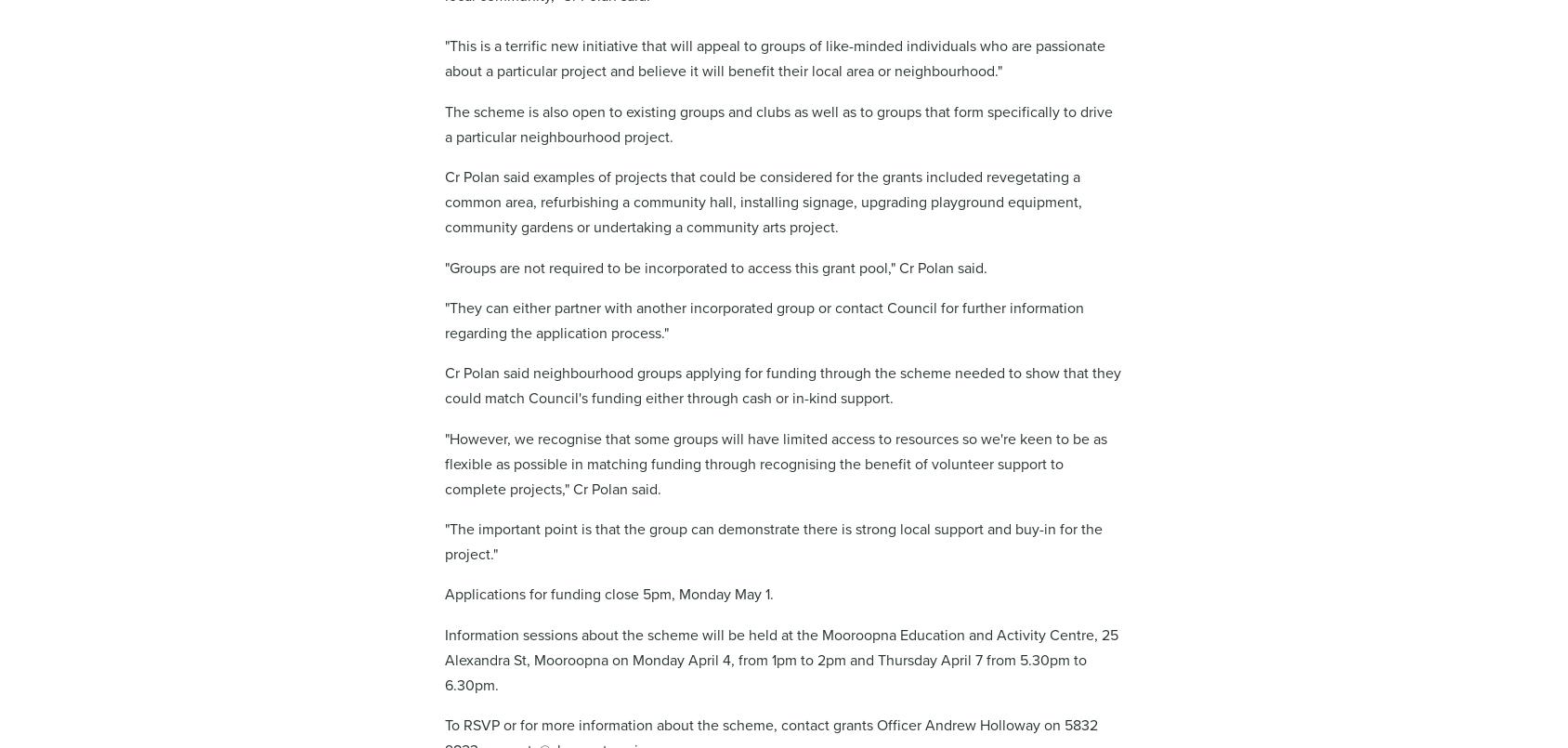 The image size is (1568, 748). I want to click on 'Information sessions about the scheme will be held at the Mooroopna Education and Activity Centre, 25 Alexandra St, Mooroopna on Monday April 4, from 1pm to 2pm and Thursday April 7 from 5.30pm to 6.30pm.', so click(780, 660).